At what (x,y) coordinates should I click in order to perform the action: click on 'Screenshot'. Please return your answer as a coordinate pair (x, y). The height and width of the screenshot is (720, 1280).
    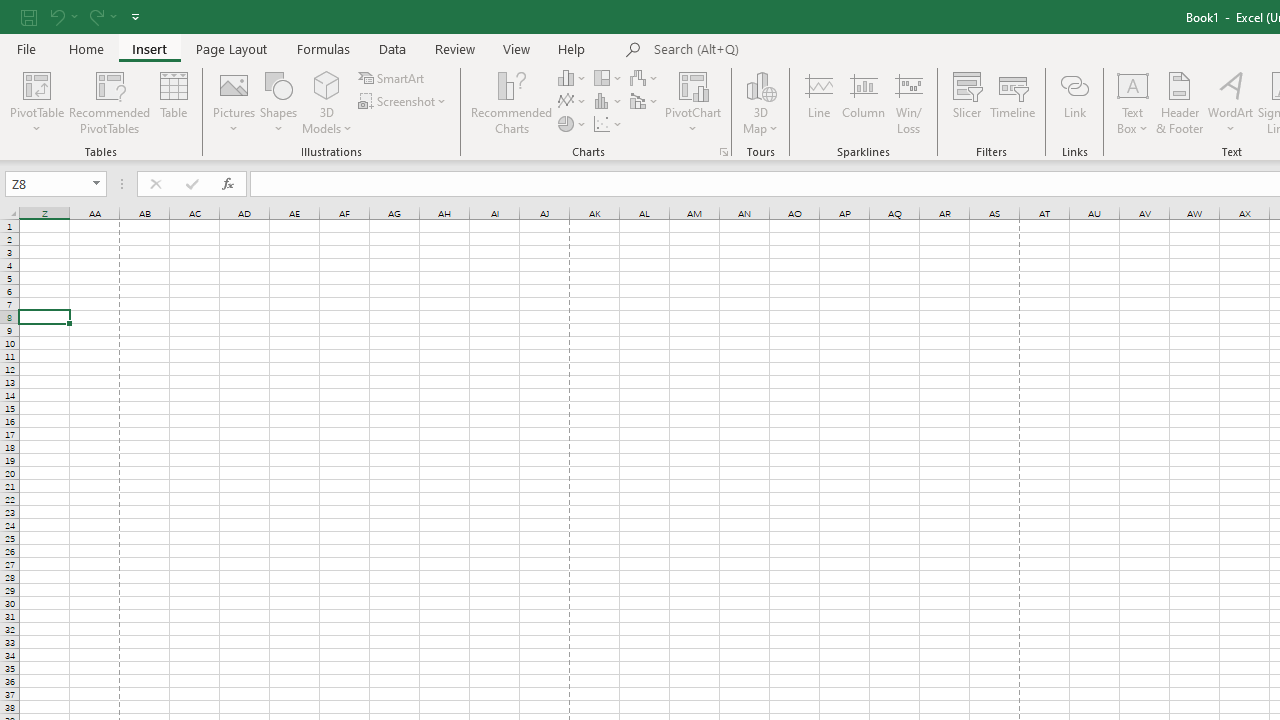
    Looking at the image, I should click on (402, 101).